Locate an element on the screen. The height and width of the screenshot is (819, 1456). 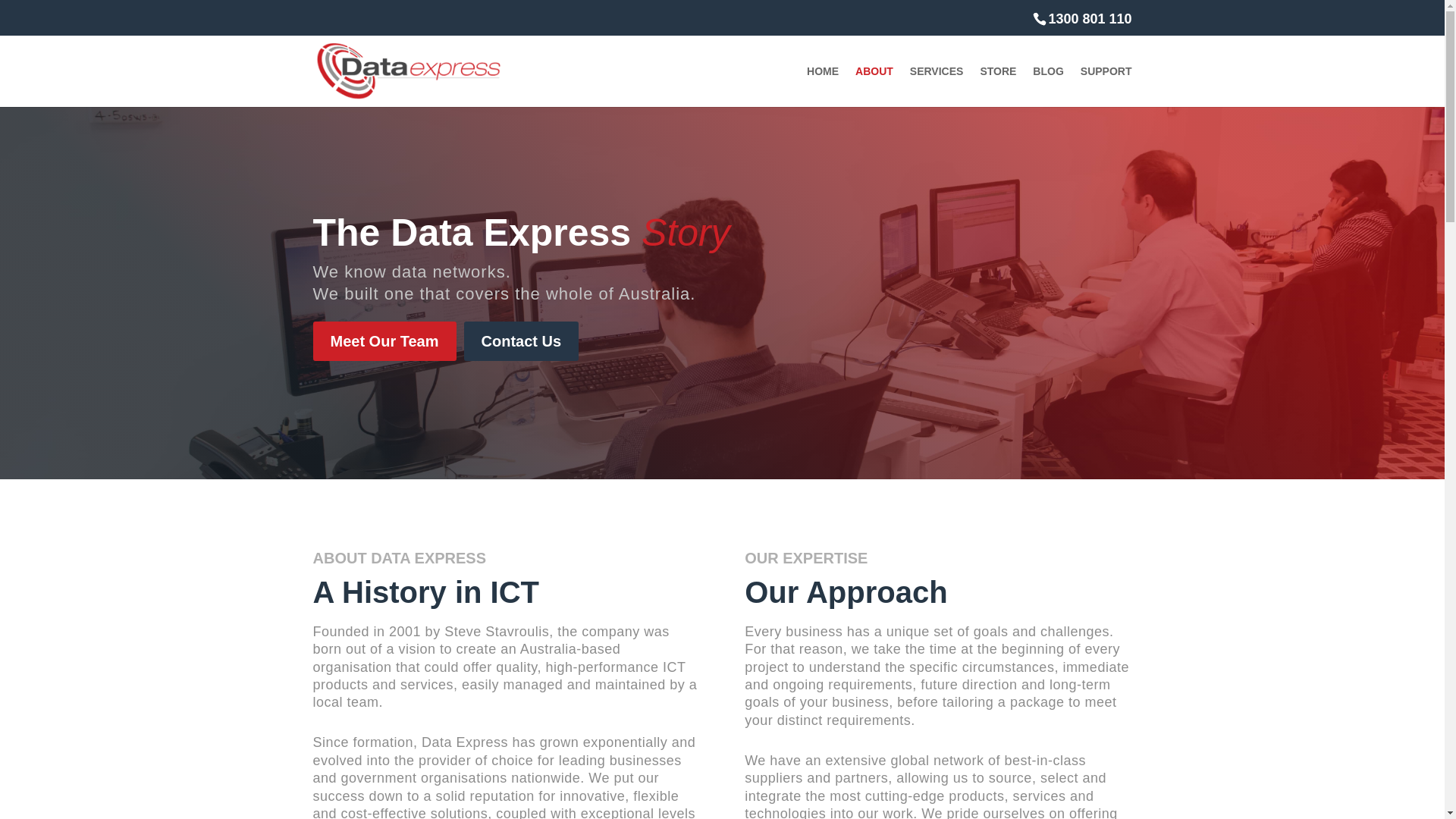
'Contact Us' is located at coordinates (521, 341).